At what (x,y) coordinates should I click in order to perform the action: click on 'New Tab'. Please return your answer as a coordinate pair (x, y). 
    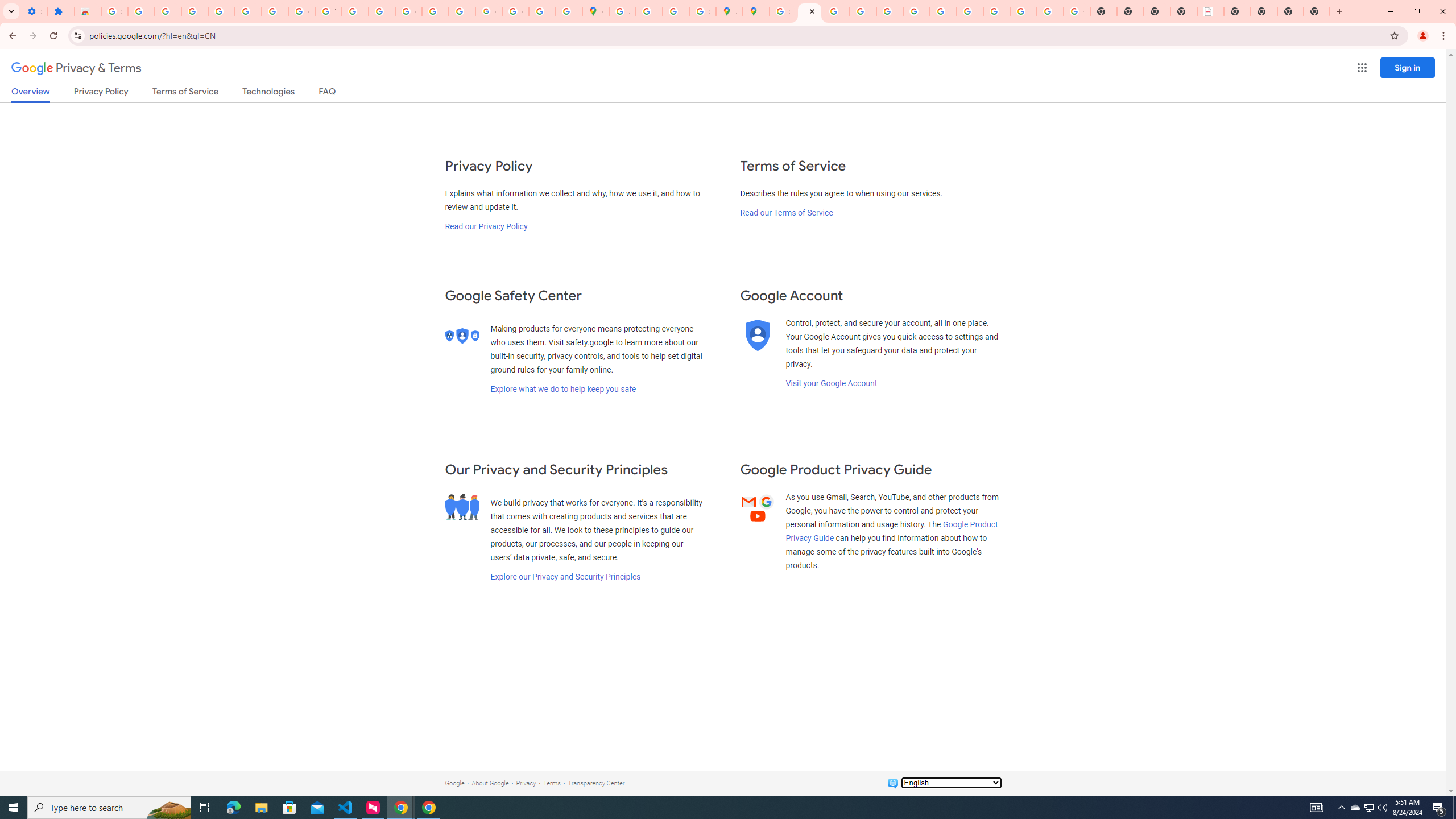
    Looking at the image, I should click on (1317, 11).